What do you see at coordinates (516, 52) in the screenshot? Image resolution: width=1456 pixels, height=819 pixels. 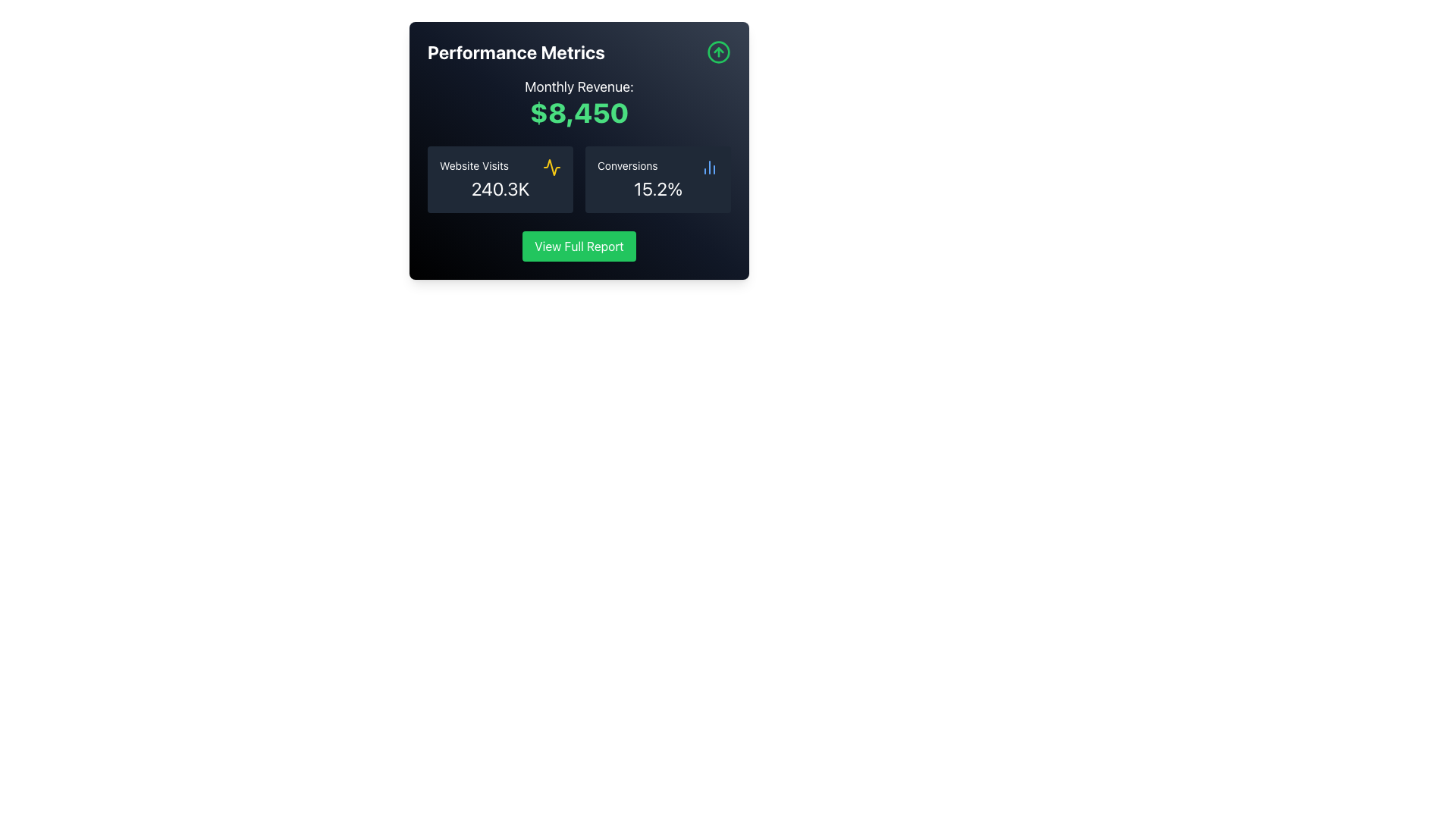 I see `text label that serves as the title or header of the card, positioned at the top-left corner and aligned with an icon to the right` at bounding box center [516, 52].